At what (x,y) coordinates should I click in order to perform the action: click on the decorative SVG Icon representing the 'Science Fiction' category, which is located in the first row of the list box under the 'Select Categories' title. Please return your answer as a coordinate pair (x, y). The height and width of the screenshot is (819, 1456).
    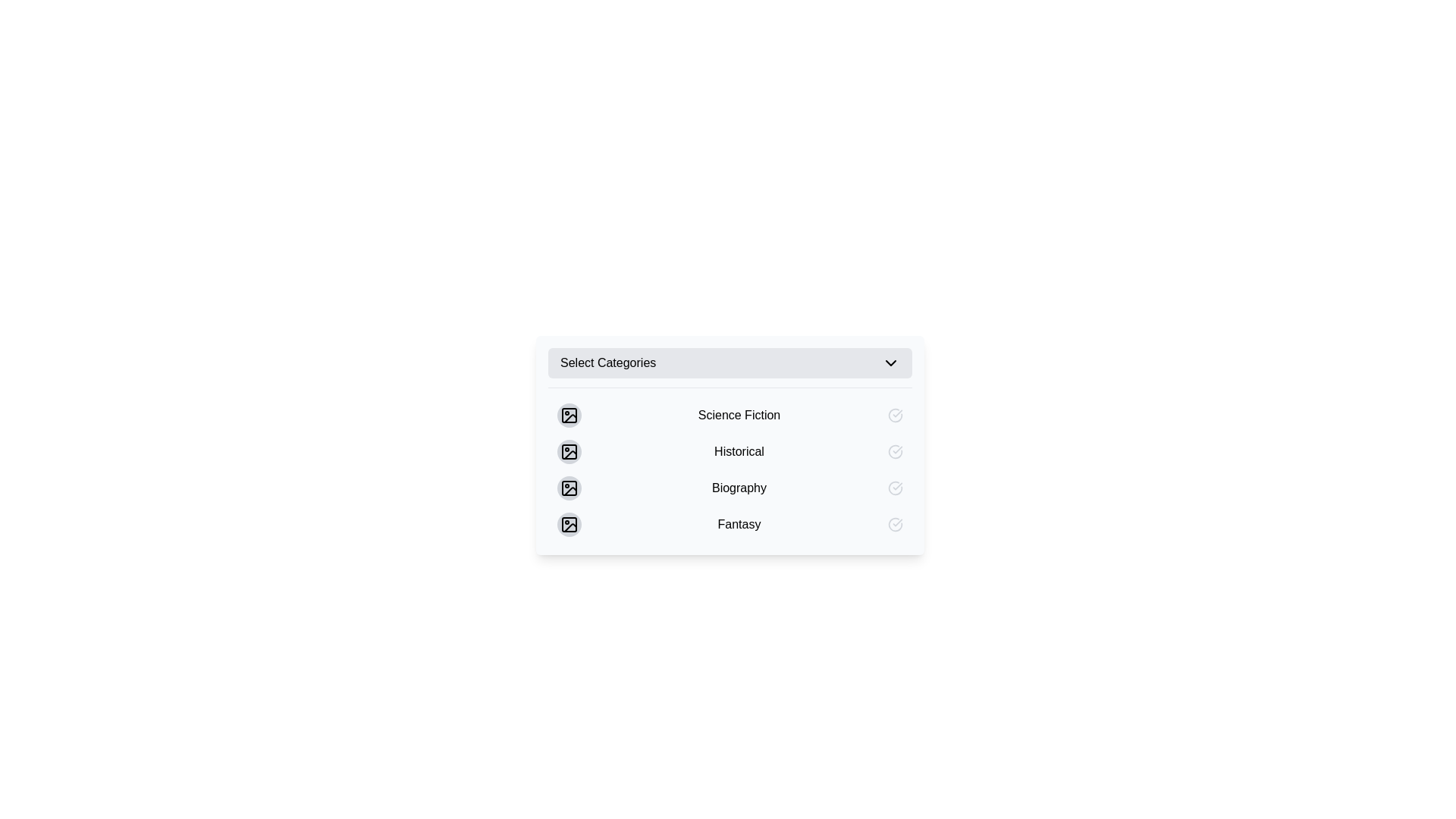
    Looking at the image, I should click on (568, 415).